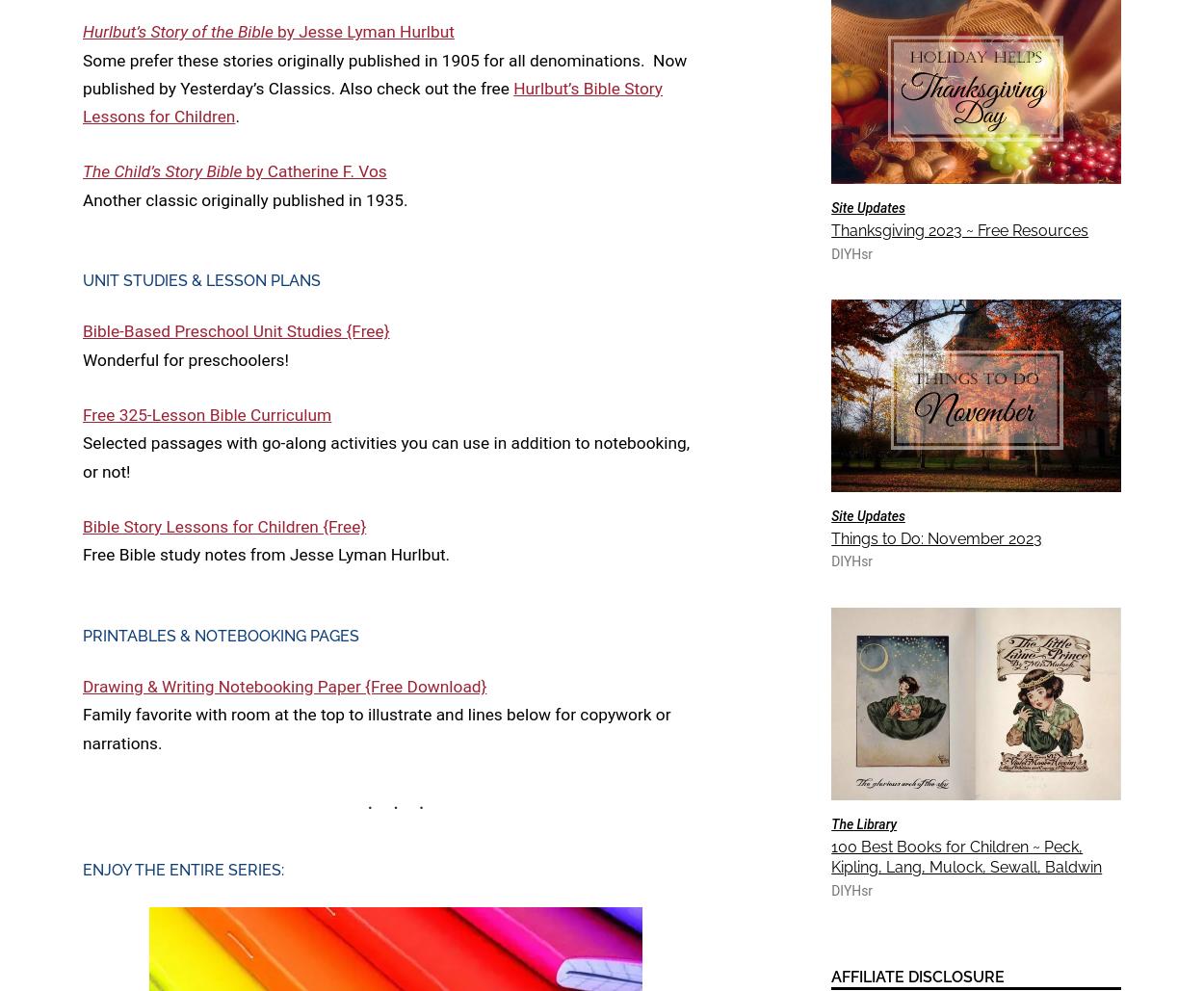 The image size is (1204, 991). What do you see at coordinates (966, 856) in the screenshot?
I see `'100 Best Books for Children ~ Peck, Kipling, Lang, Mulock, Sewall, Baldwin'` at bounding box center [966, 856].